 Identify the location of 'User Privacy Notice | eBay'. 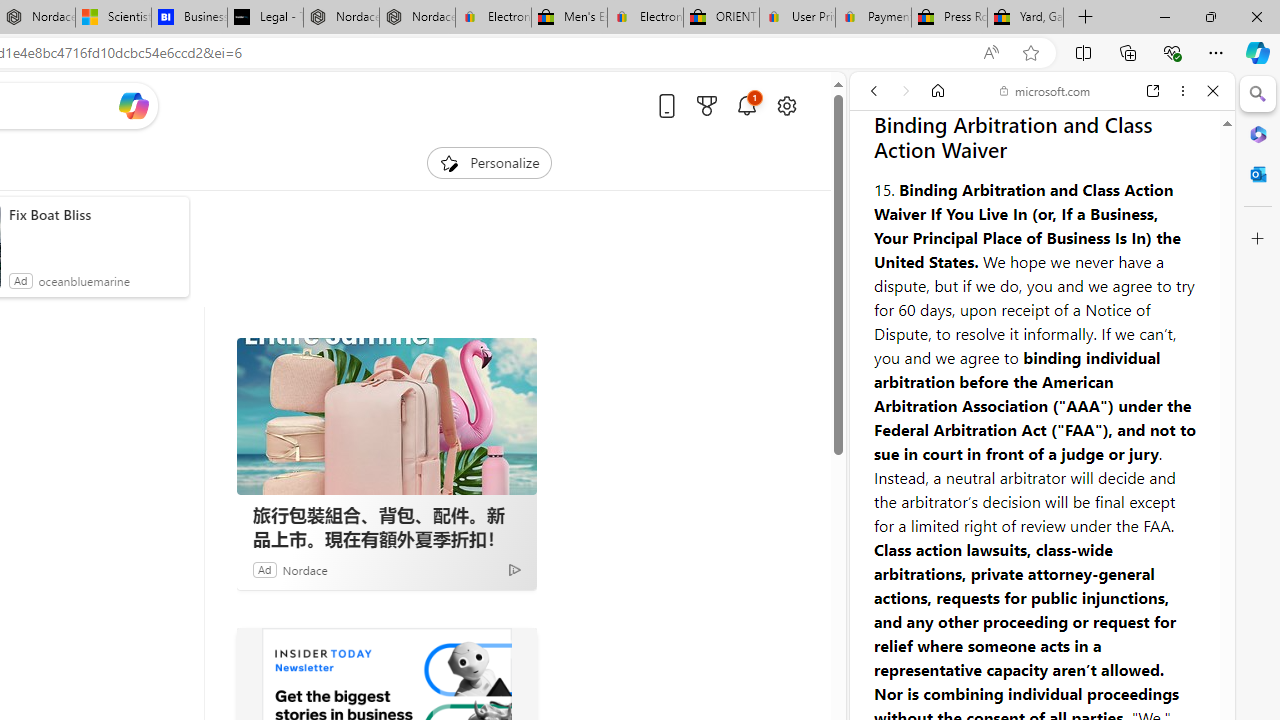
(796, 17).